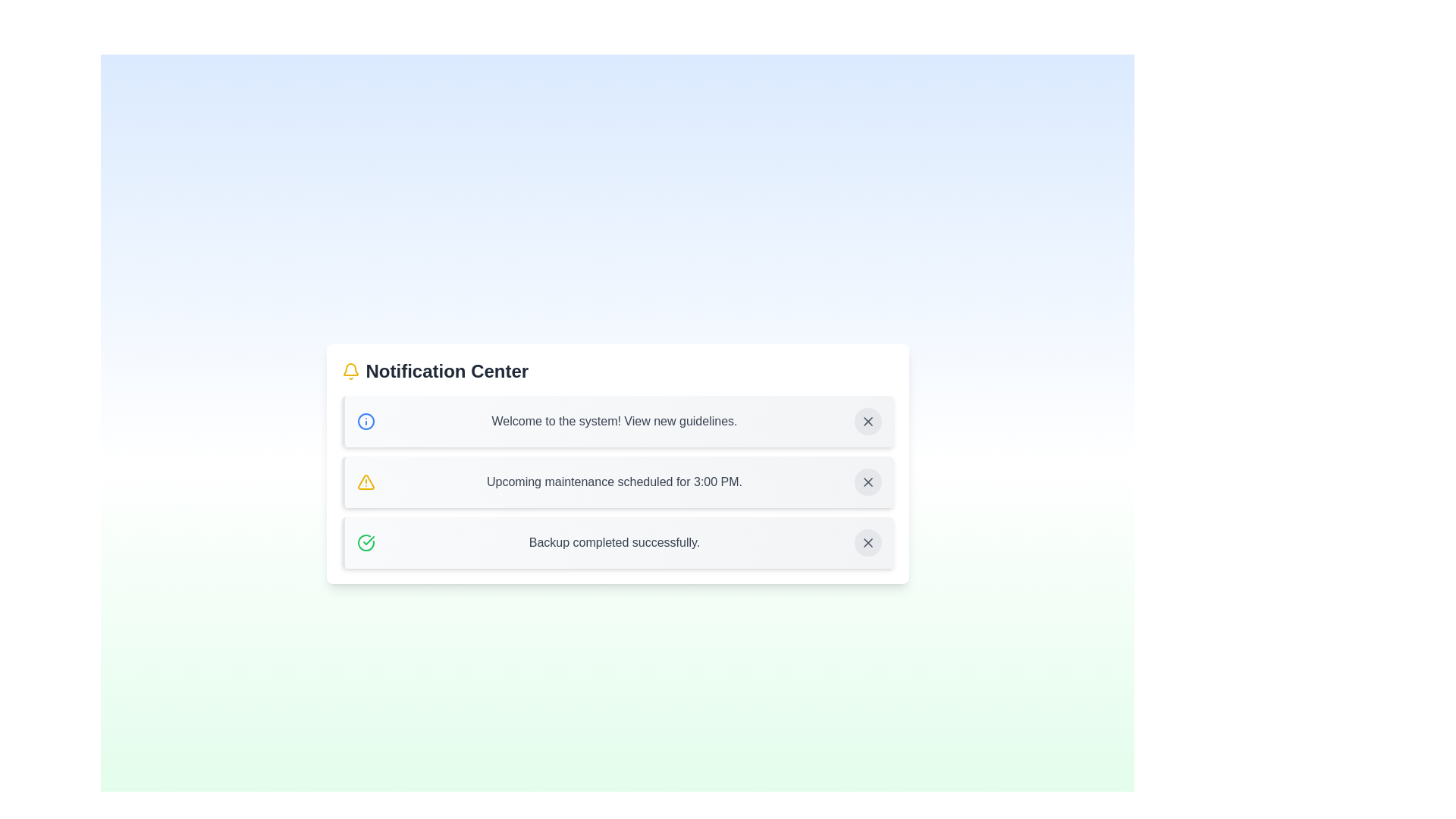  I want to click on the circular button with a light gray background and an 'X' icon, so click(868, 482).